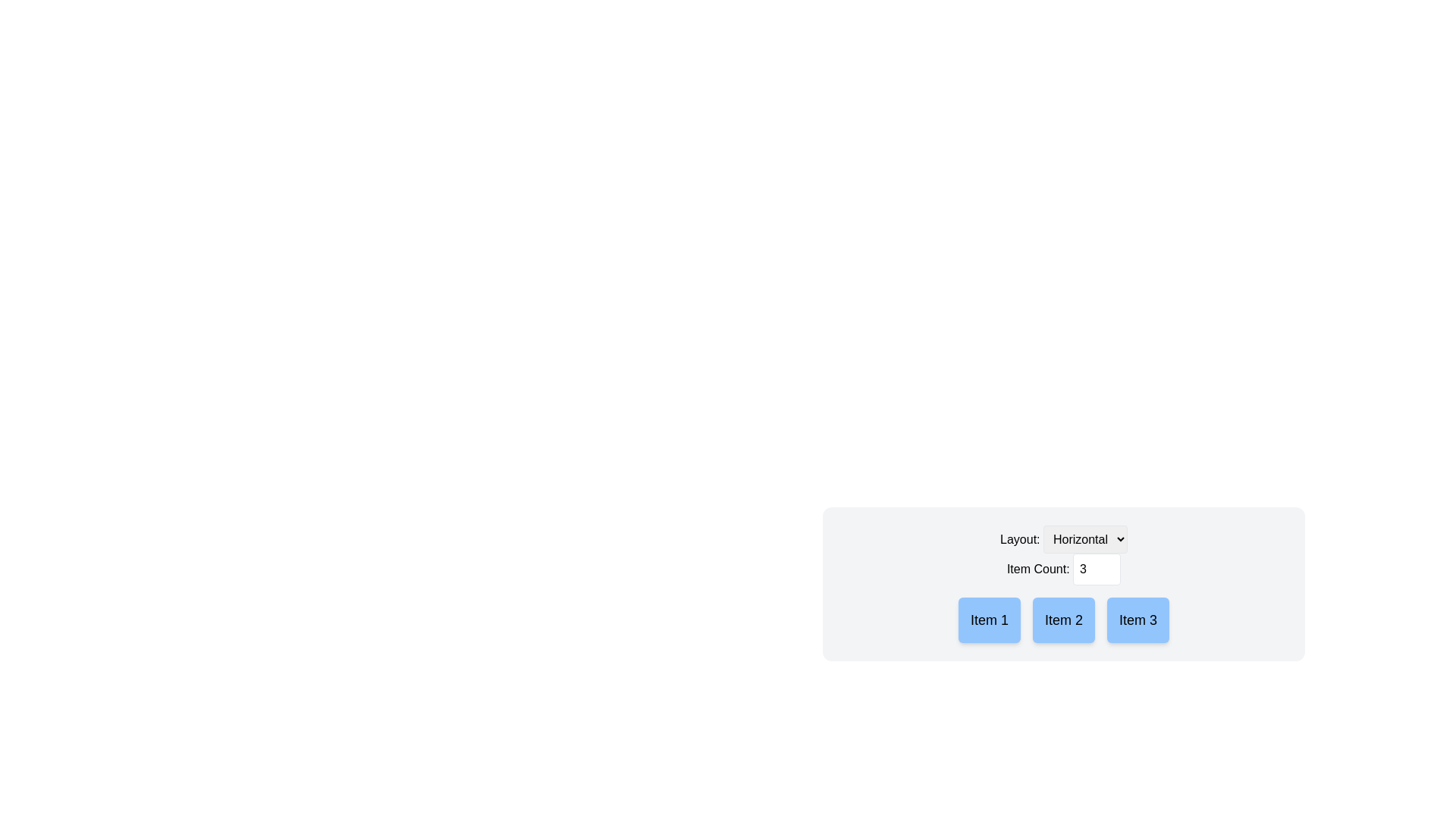 Image resolution: width=1456 pixels, height=819 pixels. I want to click on the number input box displaying '3', which is styled with a border and has slightly rounded corners, so click(1097, 570).